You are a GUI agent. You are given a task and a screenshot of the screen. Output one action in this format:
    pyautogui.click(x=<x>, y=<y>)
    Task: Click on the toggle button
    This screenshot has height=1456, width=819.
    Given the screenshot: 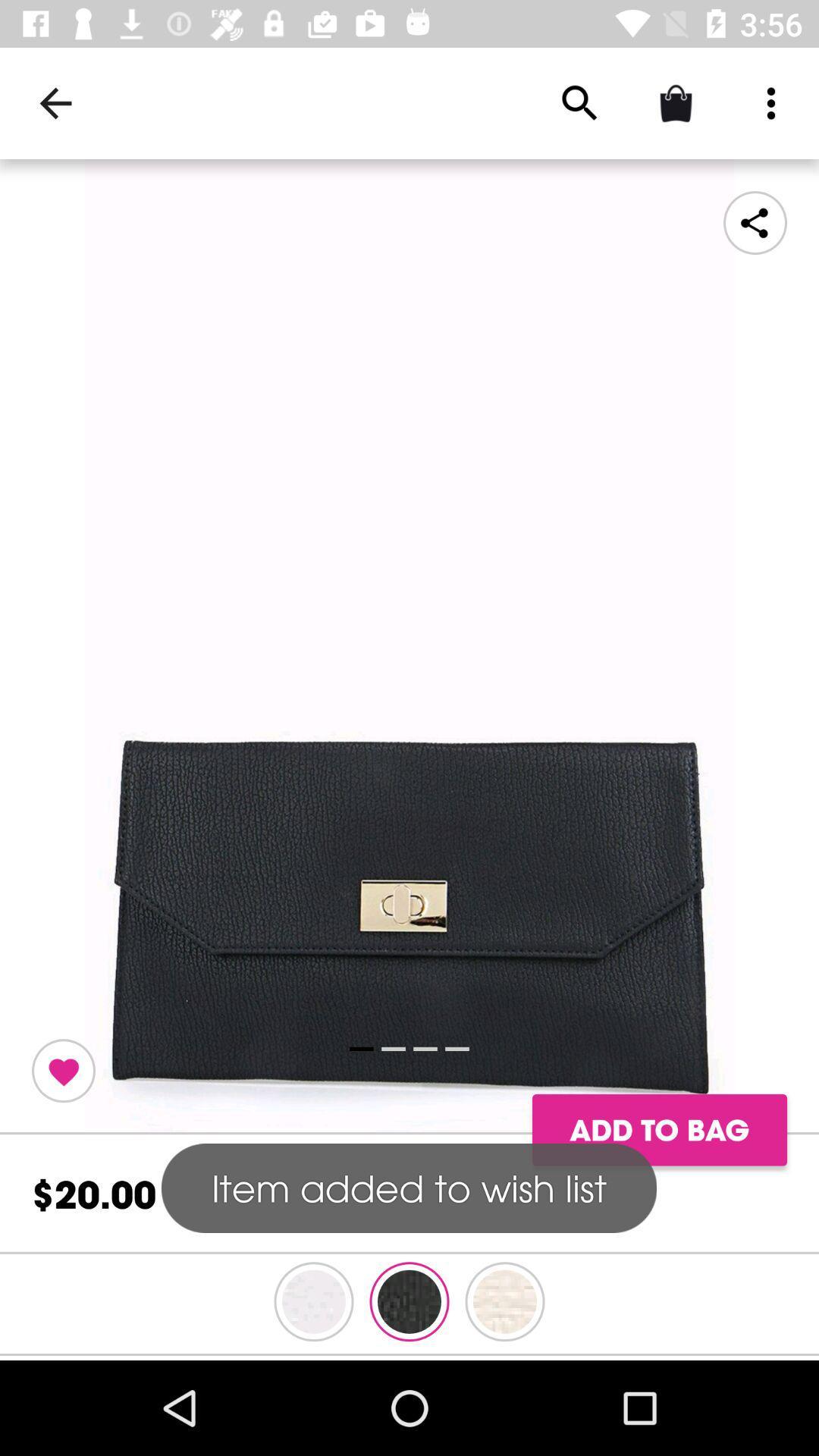 What is the action you would take?
    pyautogui.click(x=63, y=1070)
    